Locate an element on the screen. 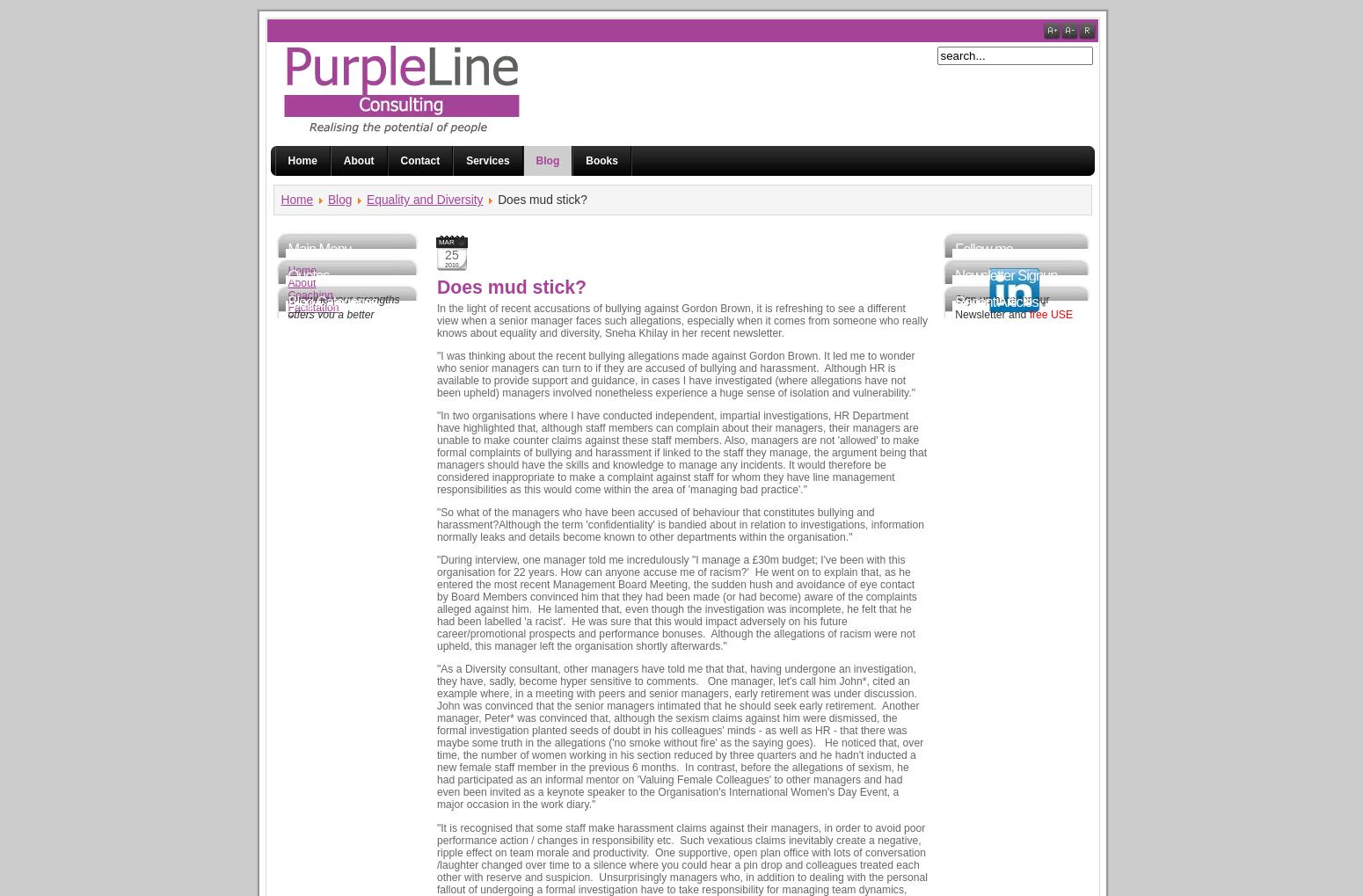 The width and height of the screenshot is (1363, 896). 'Mar' is located at coordinates (437, 242).